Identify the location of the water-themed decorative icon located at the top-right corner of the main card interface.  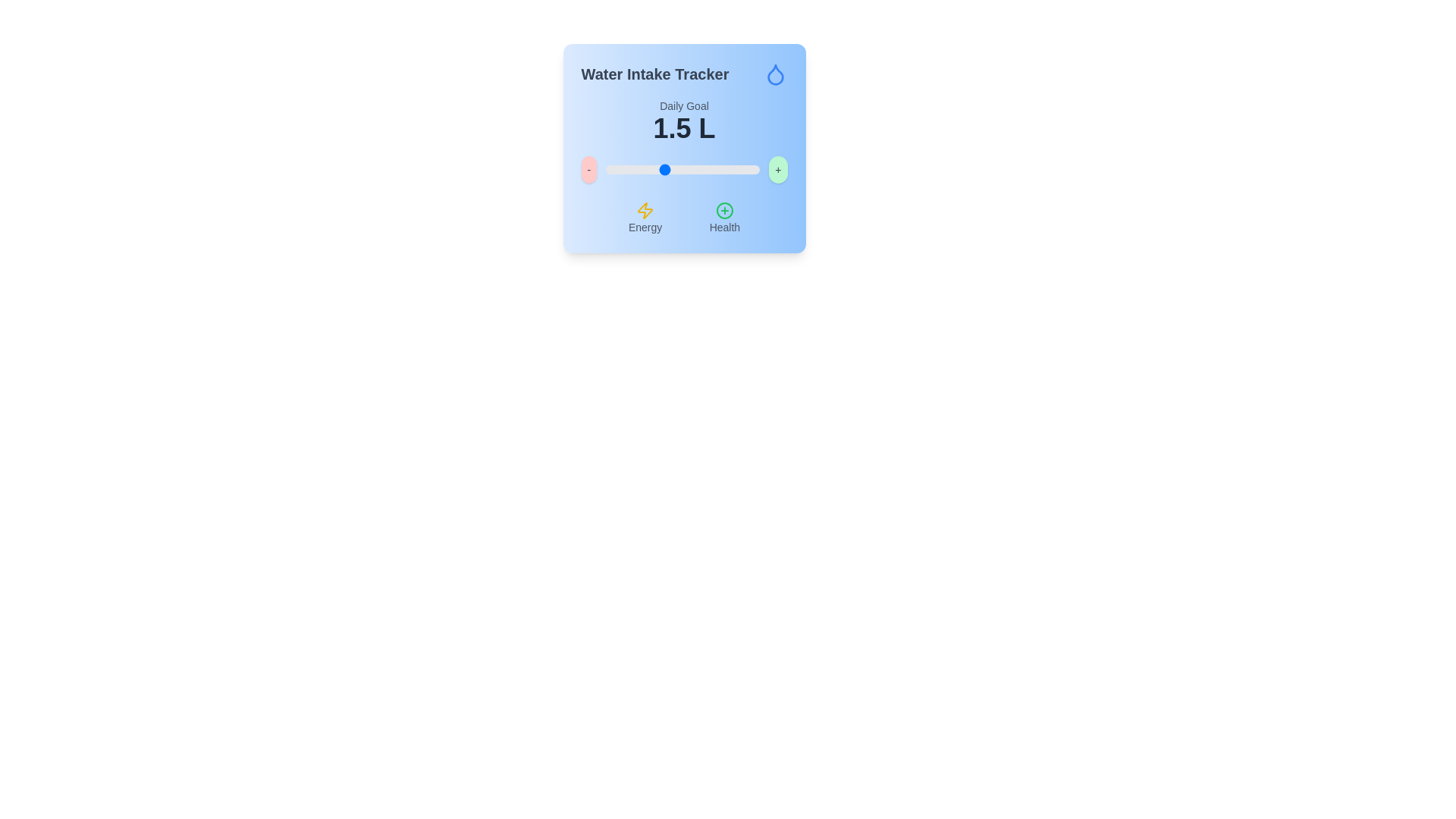
(775, 74).